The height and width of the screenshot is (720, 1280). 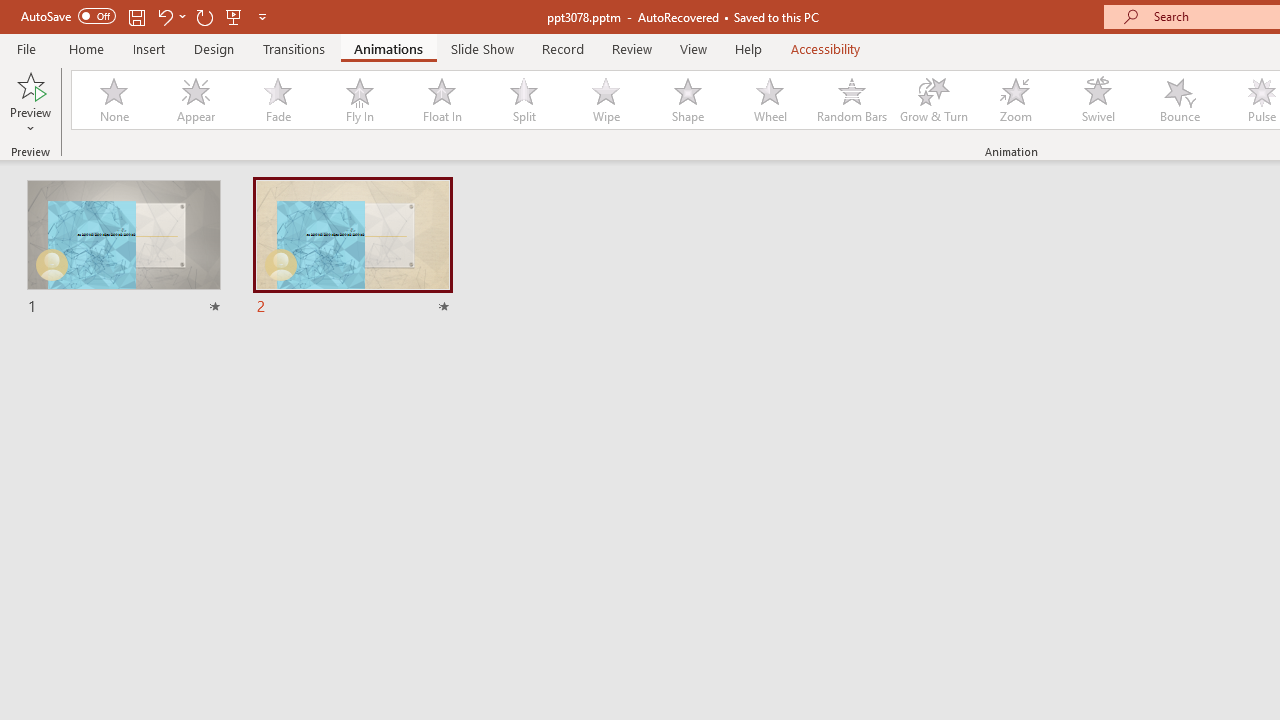 I want to click on 'Slide', so click(x=352, y=247).